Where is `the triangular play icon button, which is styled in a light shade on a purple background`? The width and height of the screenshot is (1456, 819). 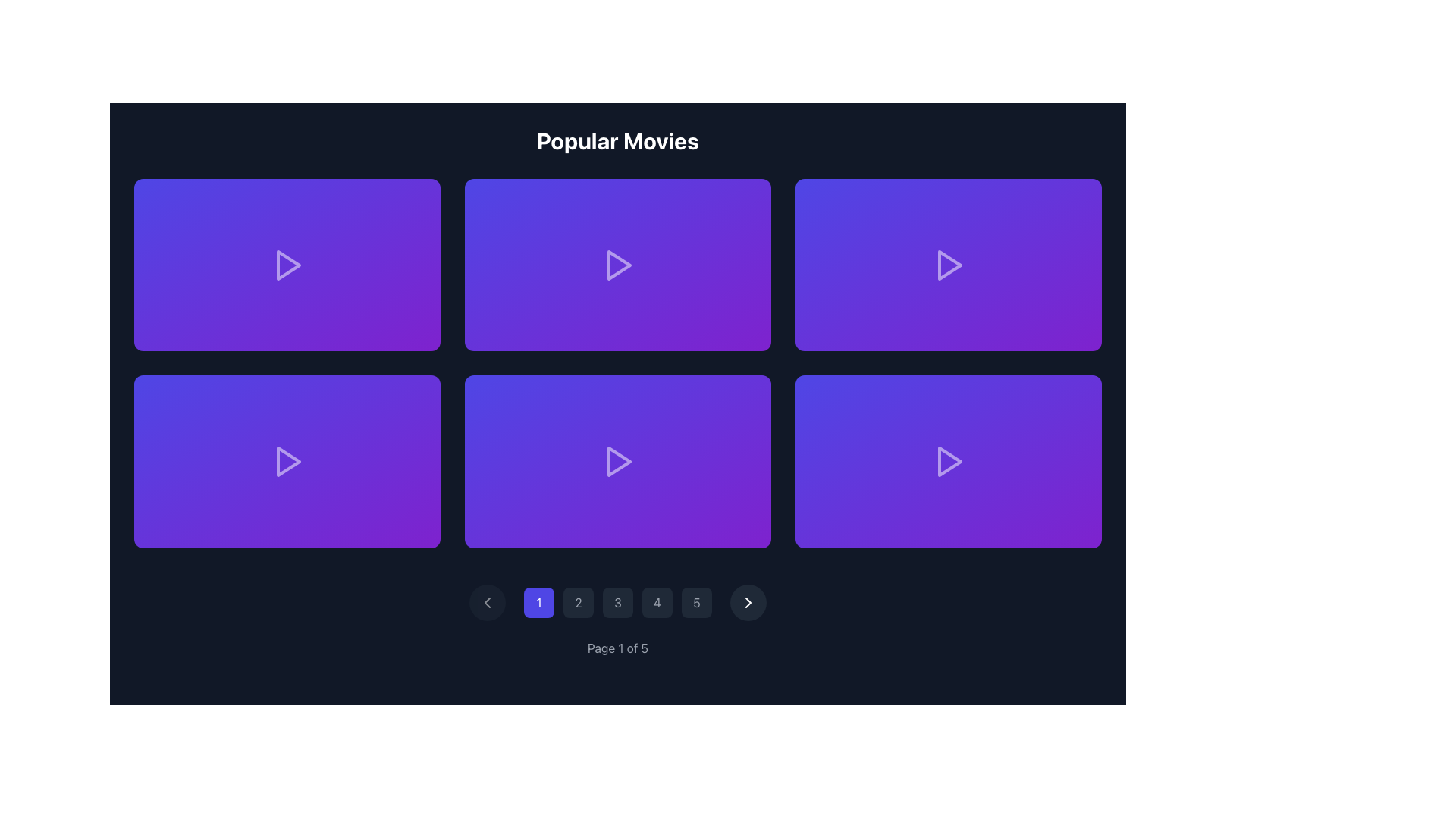
the triangular play icon button, which is styled in a light shade on a purple background is located at coordinates (287, 460).